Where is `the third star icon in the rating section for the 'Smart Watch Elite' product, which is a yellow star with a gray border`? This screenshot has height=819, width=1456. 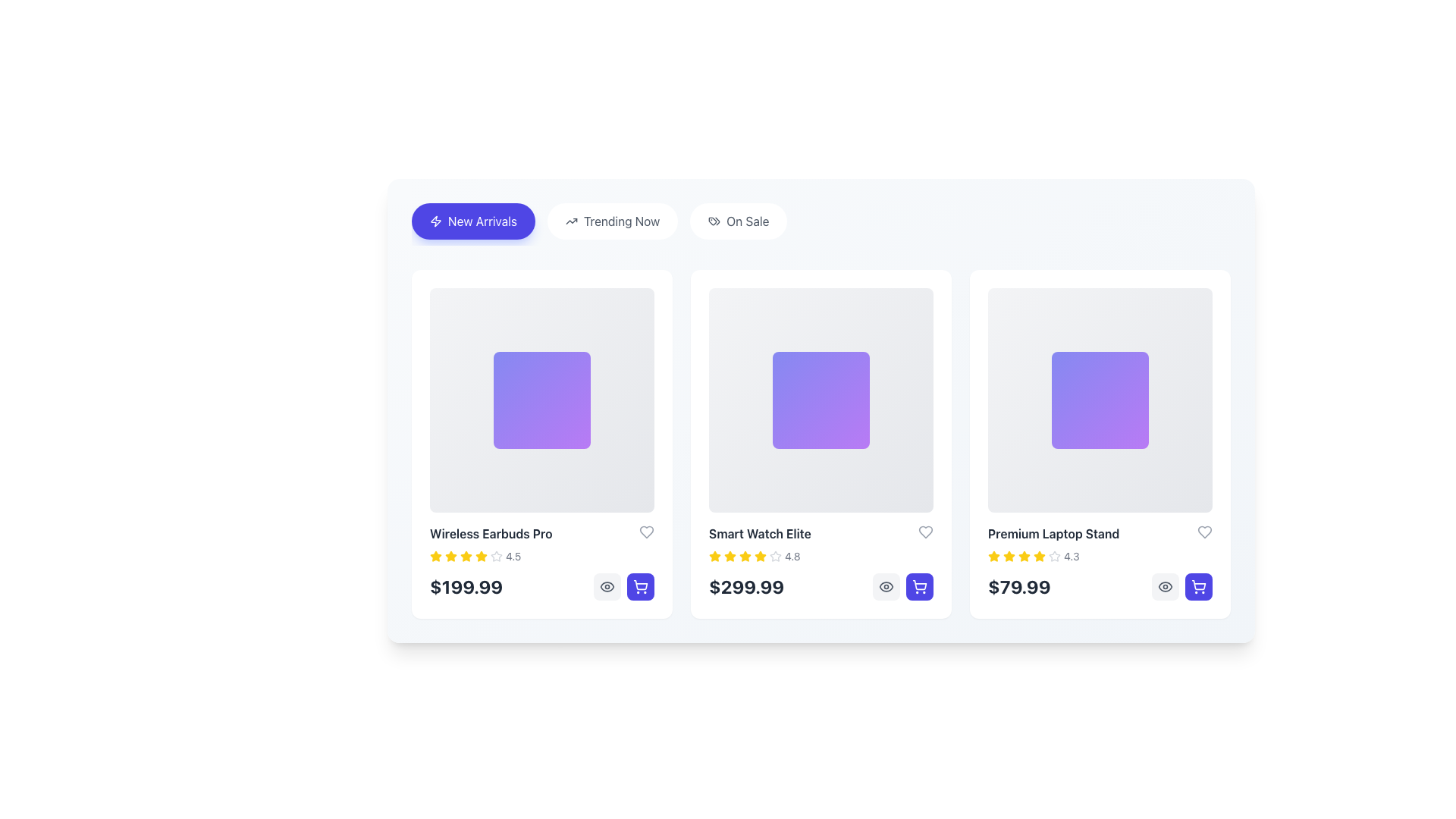 the third star icon in the rating section for the 'Smart Watch Elite' product, which is a yellow star with a gray border is located at coordinates (730, 556).